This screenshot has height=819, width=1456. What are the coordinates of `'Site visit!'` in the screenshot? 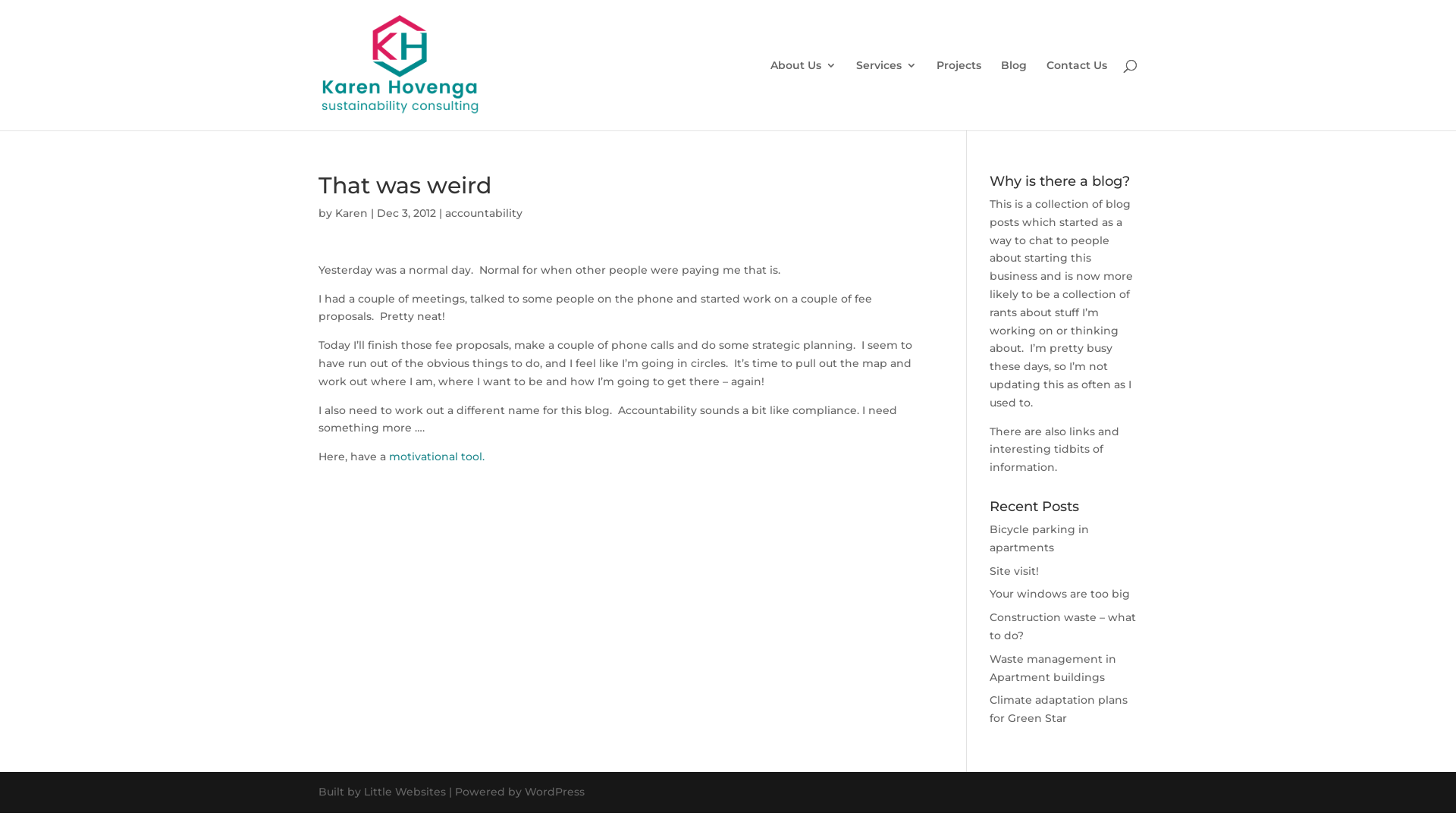 It's located at (1014, 570).